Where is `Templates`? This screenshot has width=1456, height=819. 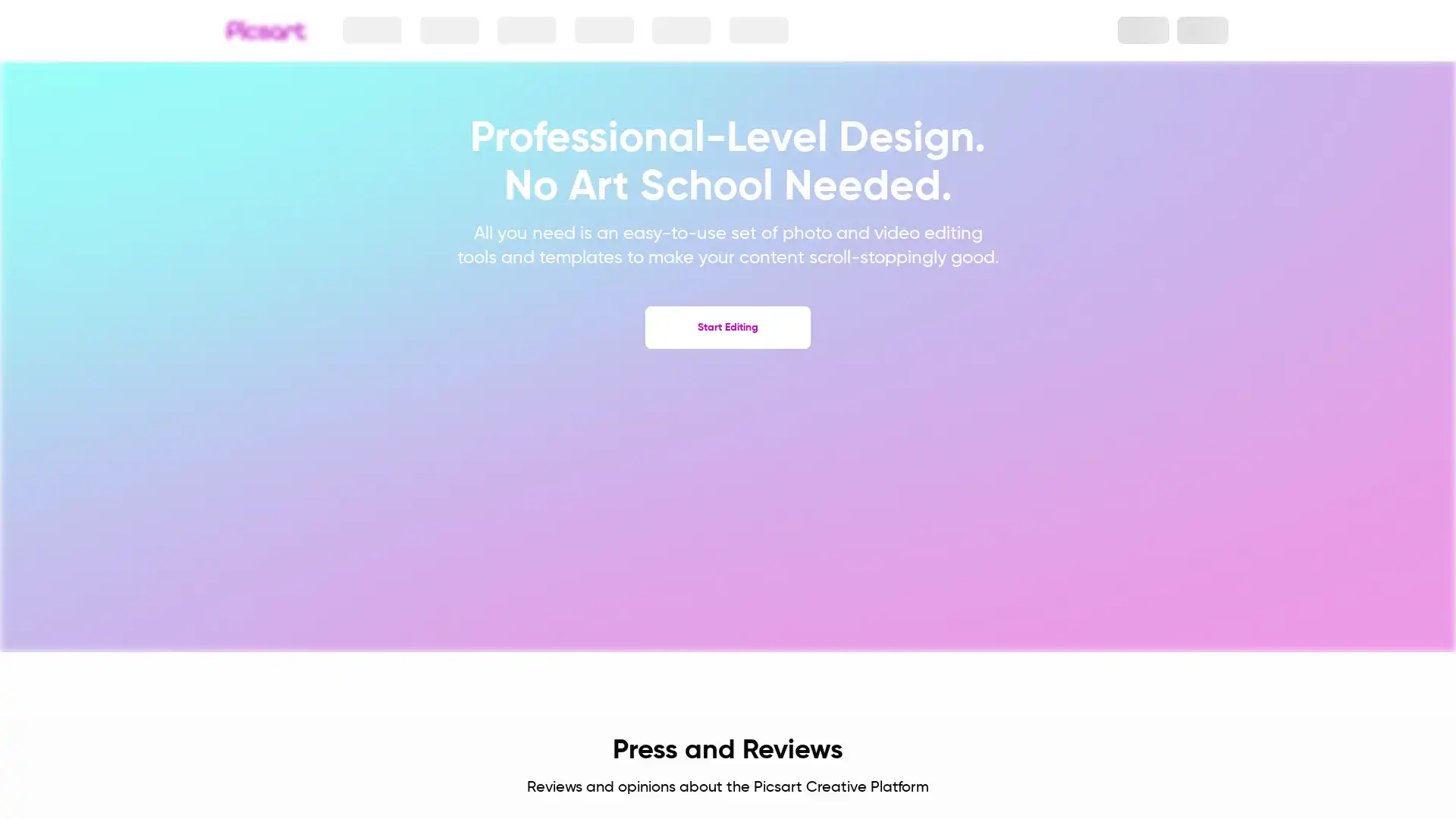 Templates is located at coordinates (752, 30).